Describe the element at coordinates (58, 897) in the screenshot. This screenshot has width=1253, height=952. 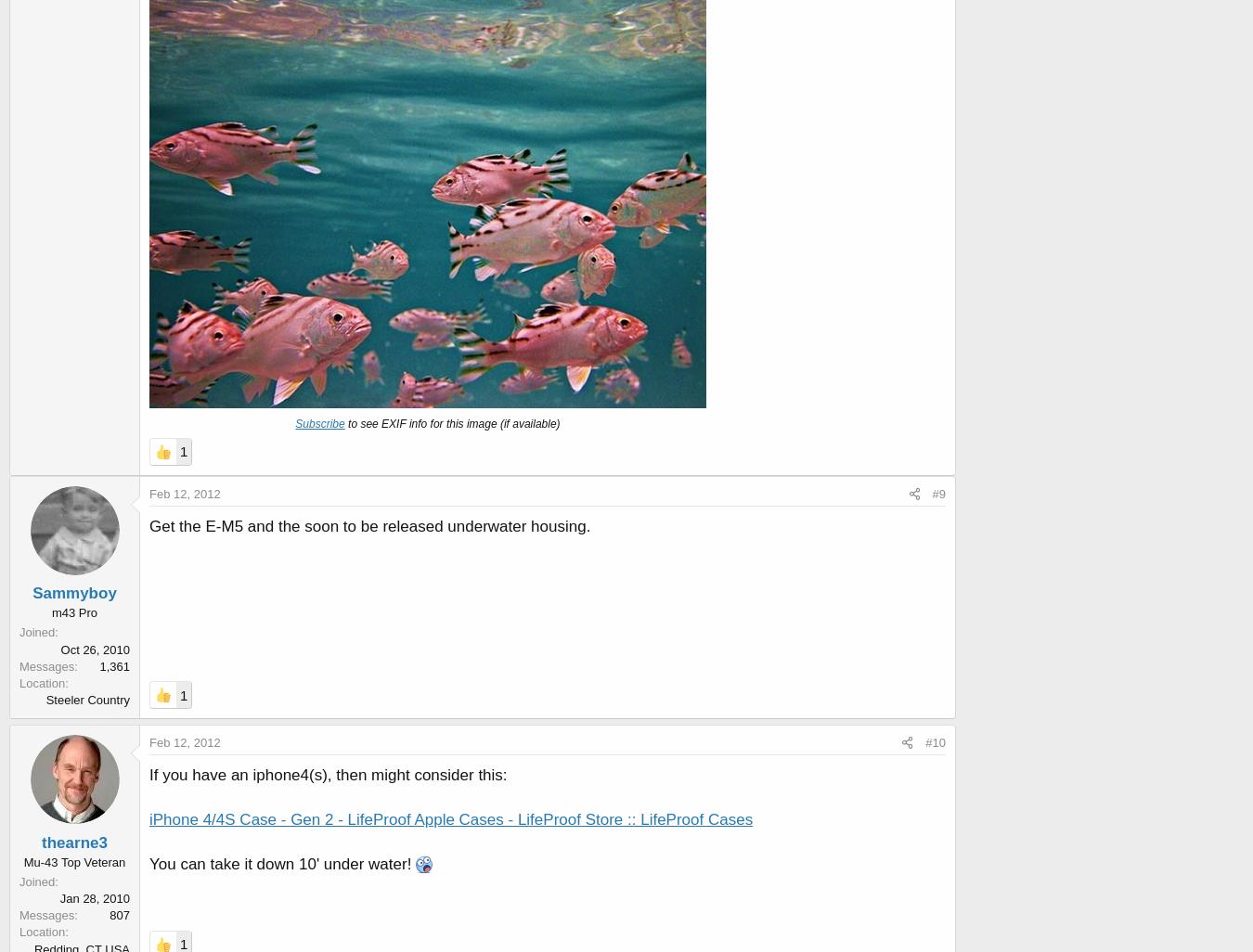
I see `'Jan 28, 2010'` at that location.